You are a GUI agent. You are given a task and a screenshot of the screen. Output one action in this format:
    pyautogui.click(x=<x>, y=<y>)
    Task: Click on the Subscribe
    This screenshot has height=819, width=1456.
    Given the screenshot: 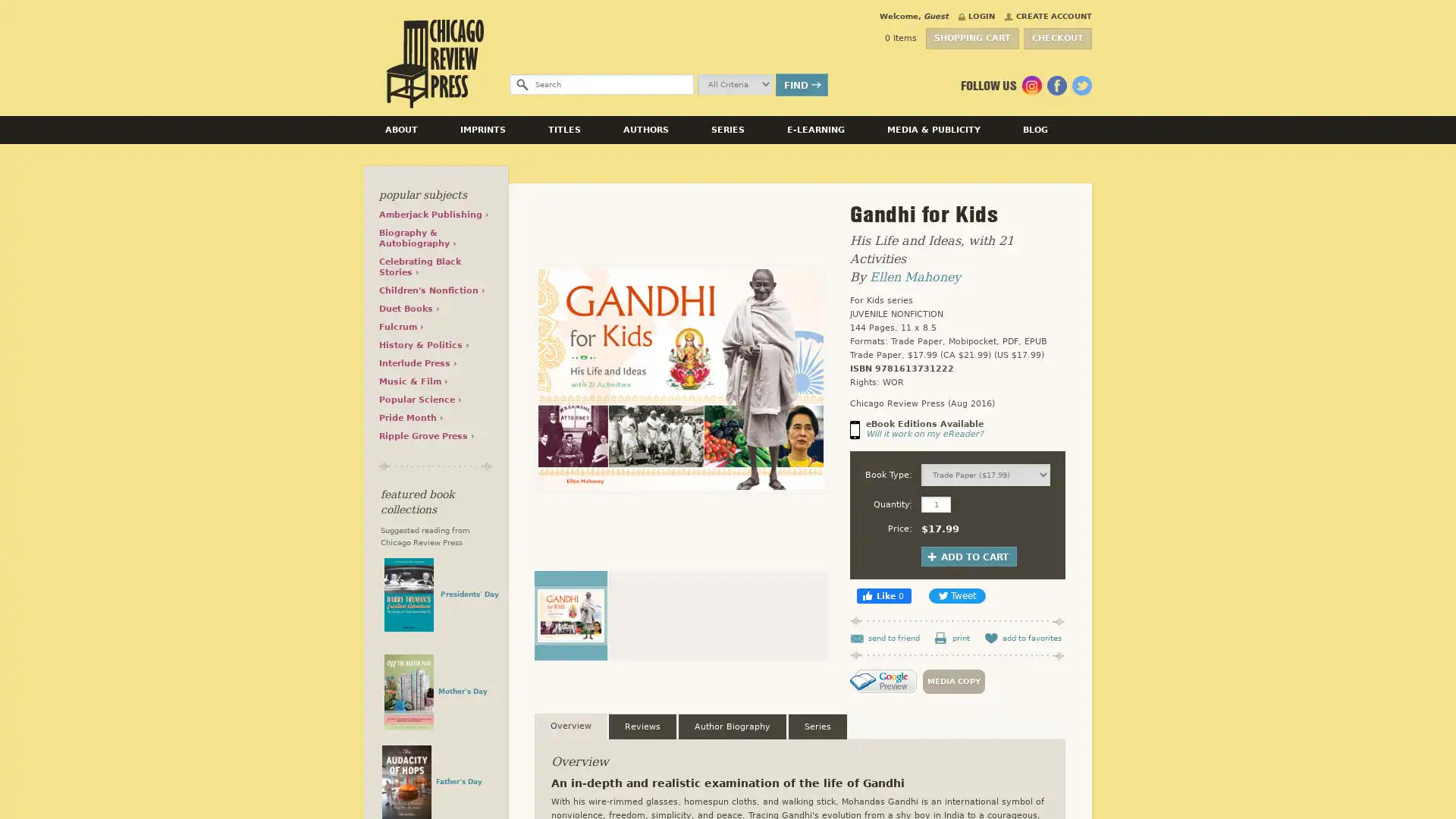 What is the action you would take?
    pyautogui.click(x=1054, y=404)
    